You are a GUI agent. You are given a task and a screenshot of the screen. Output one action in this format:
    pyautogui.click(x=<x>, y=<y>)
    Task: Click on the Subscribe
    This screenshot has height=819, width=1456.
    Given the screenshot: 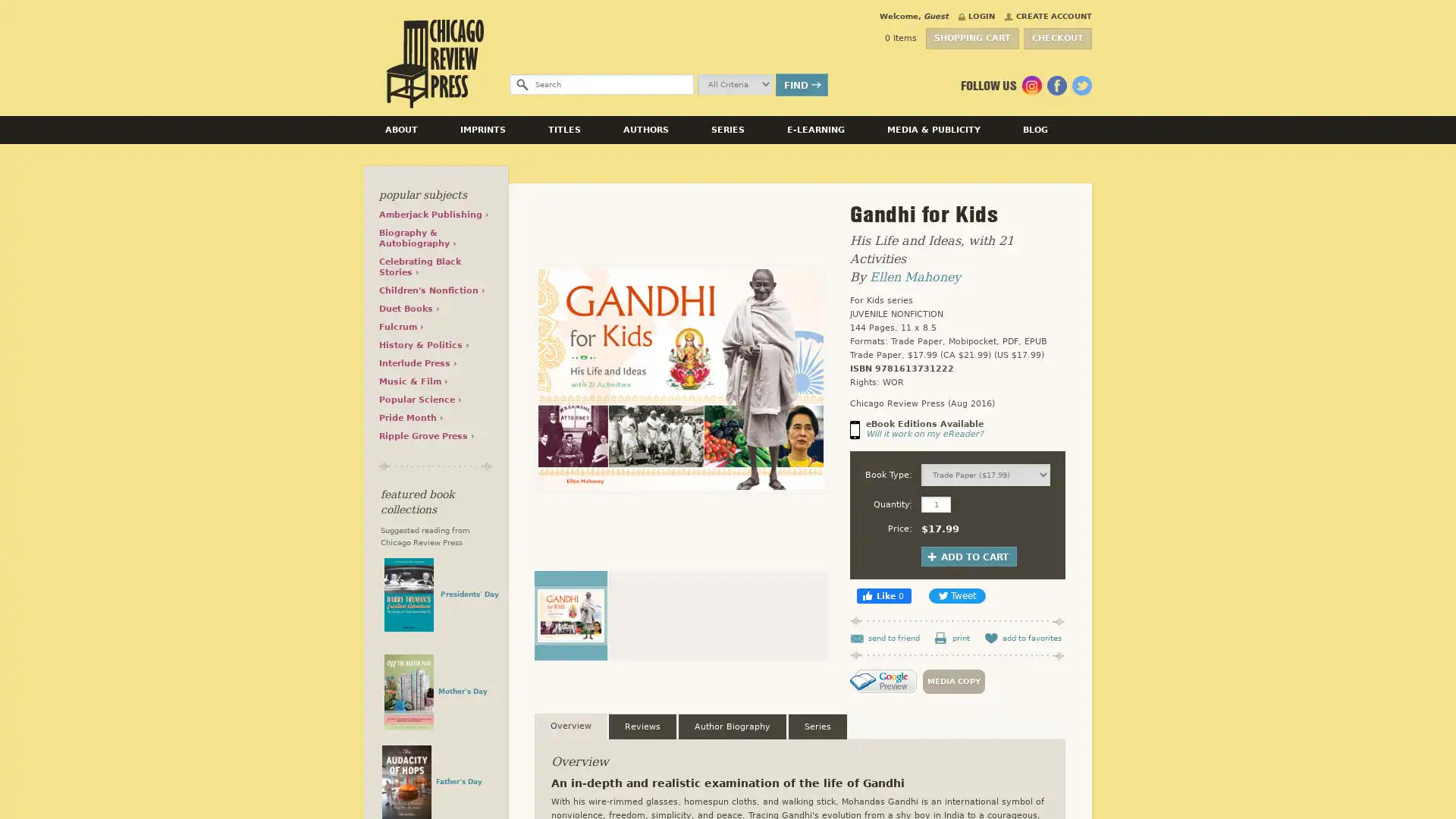 What is the action you would take?
    pyautogui.click(x=1054, y=404)
    